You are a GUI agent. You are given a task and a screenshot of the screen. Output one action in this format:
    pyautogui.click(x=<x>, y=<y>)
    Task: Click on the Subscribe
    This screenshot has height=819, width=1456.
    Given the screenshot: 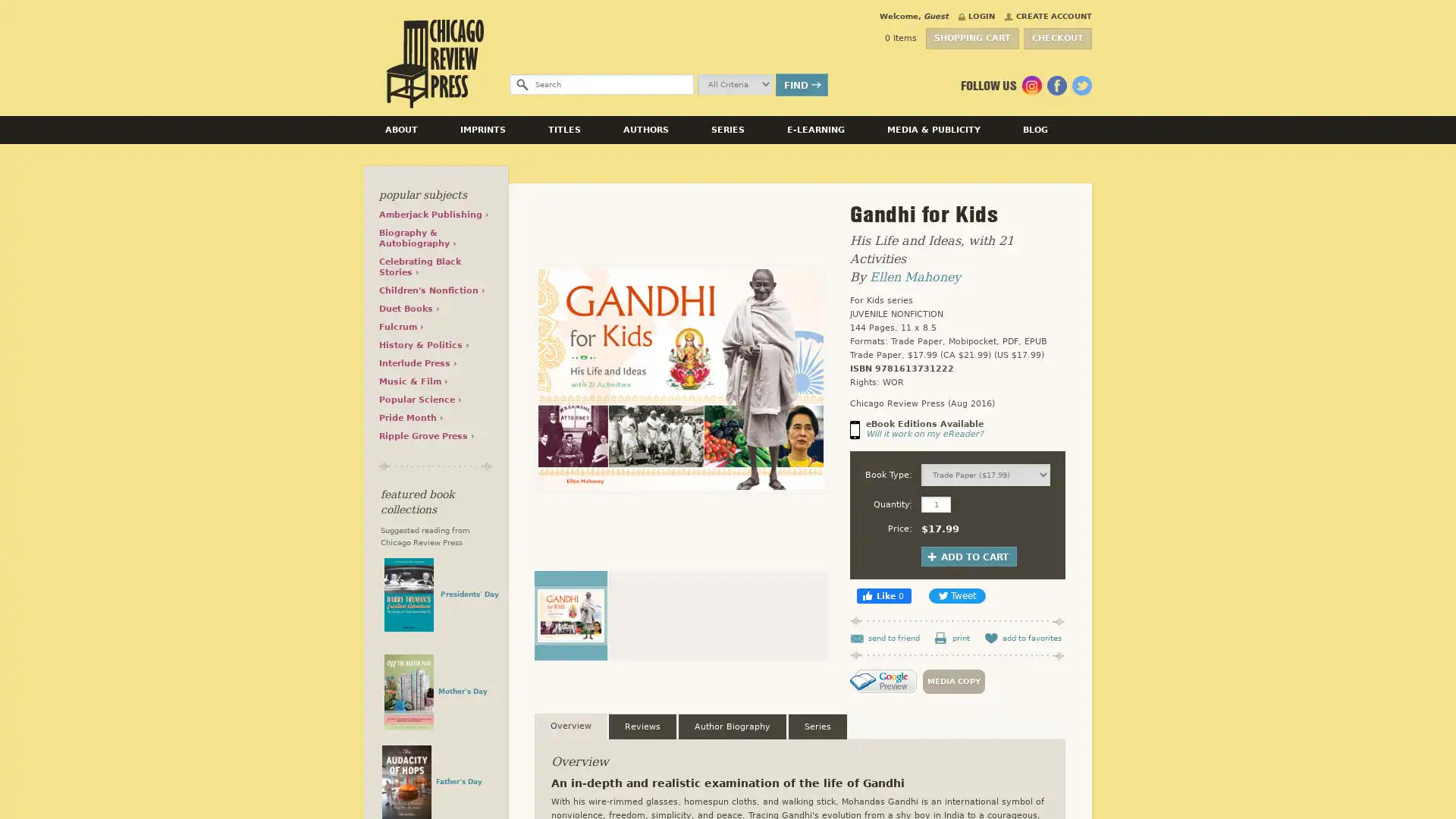 What is the action you would take?
    pyautogui.click(x=1054, y=404)
    